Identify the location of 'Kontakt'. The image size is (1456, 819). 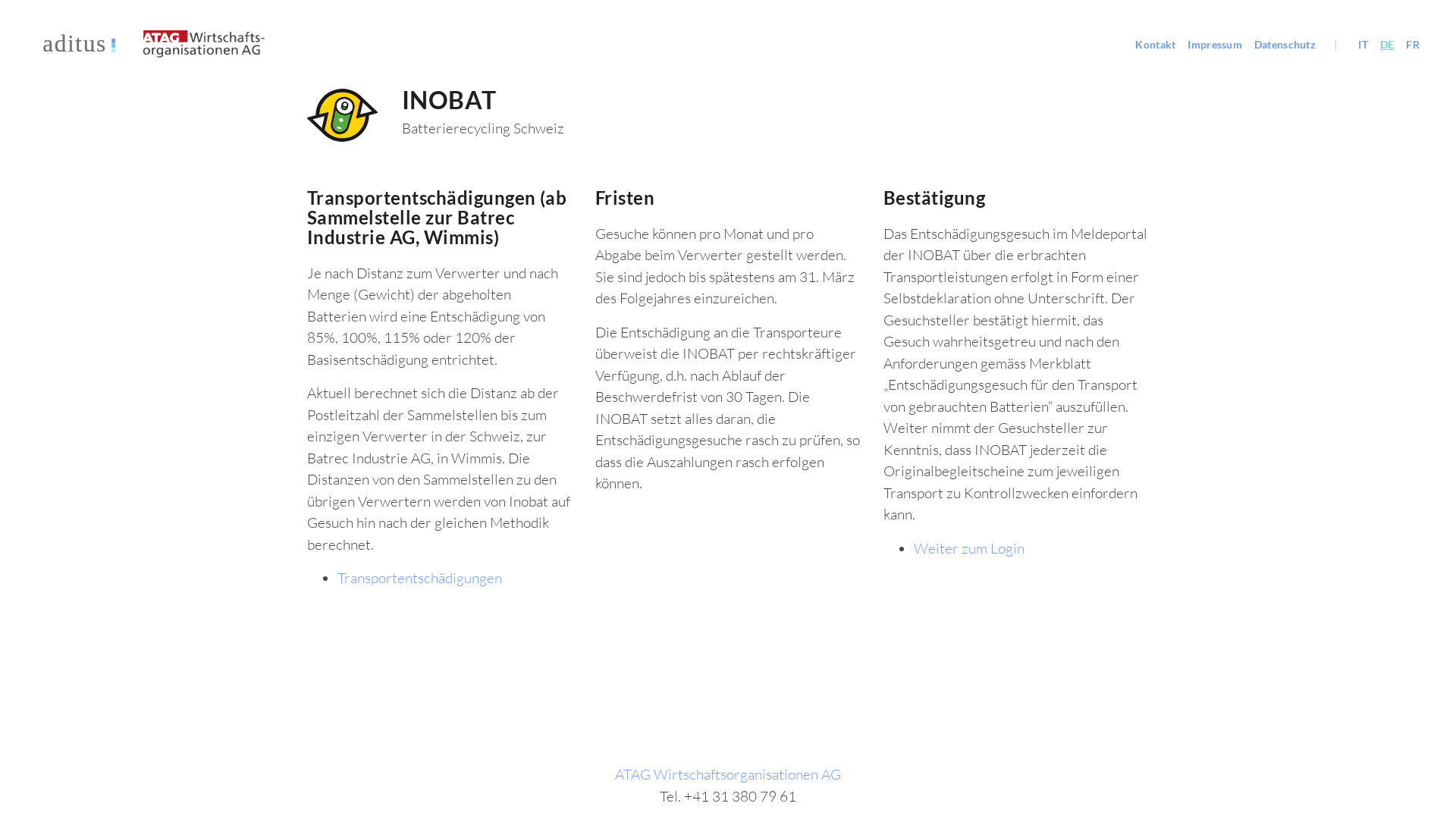
(1154, 43).